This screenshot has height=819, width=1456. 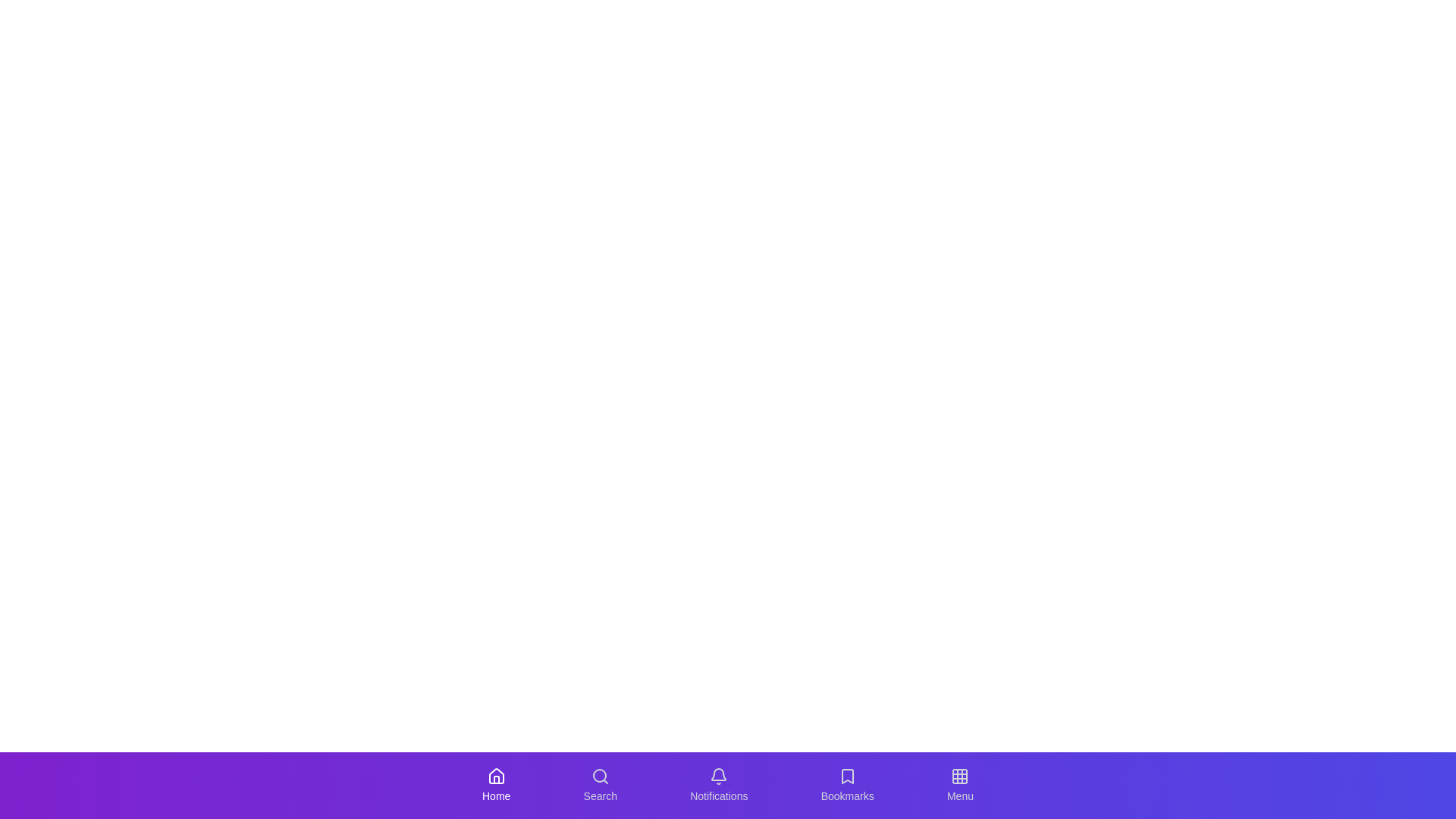 What do you see at coordinates (959, 785) in the screenshot?
I see `the Menu tab in the navigation bar` at bounding box center [959, 785].